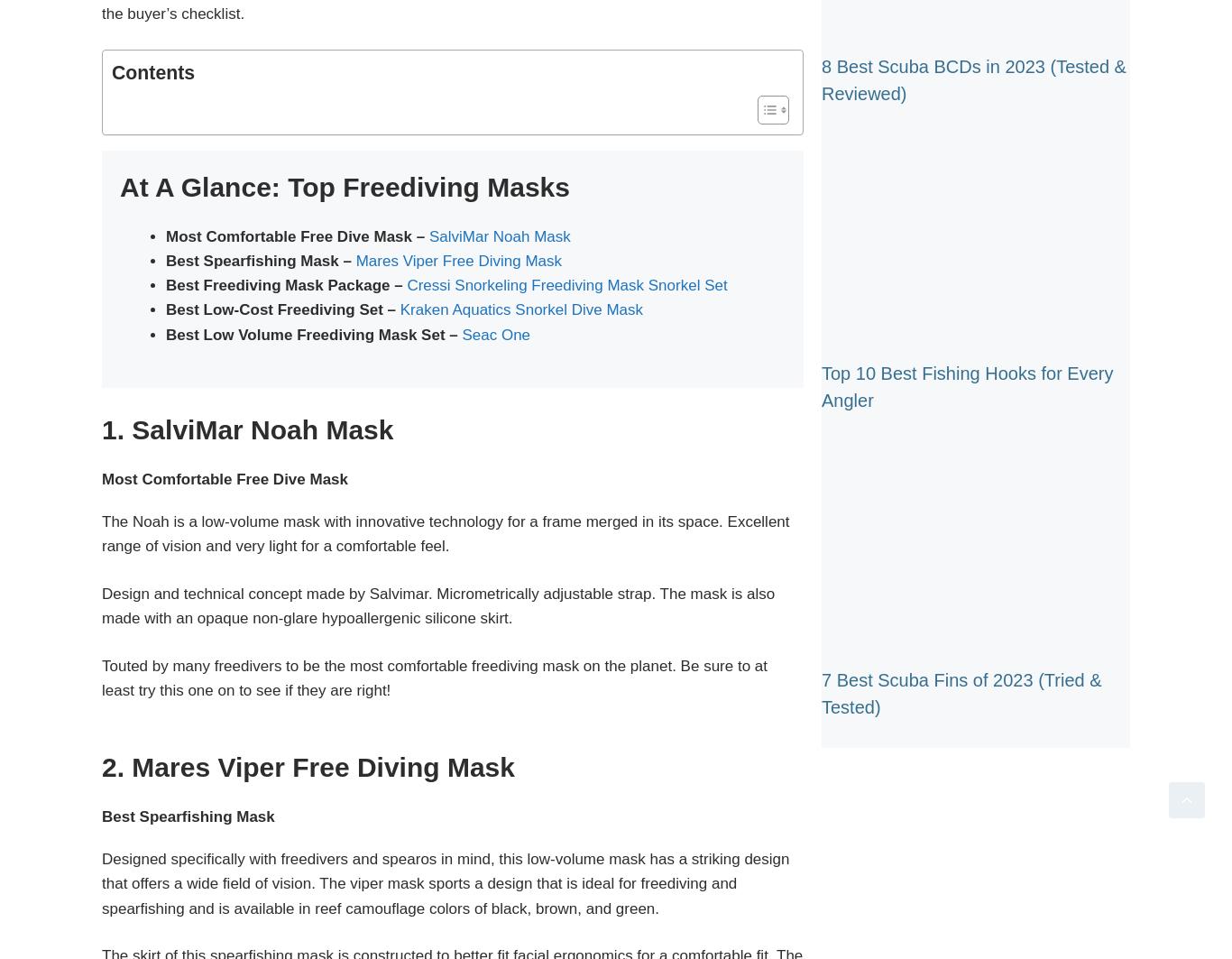 This screenshot has height=959, width=1232. I want to click on 'The Noah is a low-volume mask with innovative technology for a frame merged in its space. Excellent range of vision and very light for a comfortable feel.', so click(445, 532).